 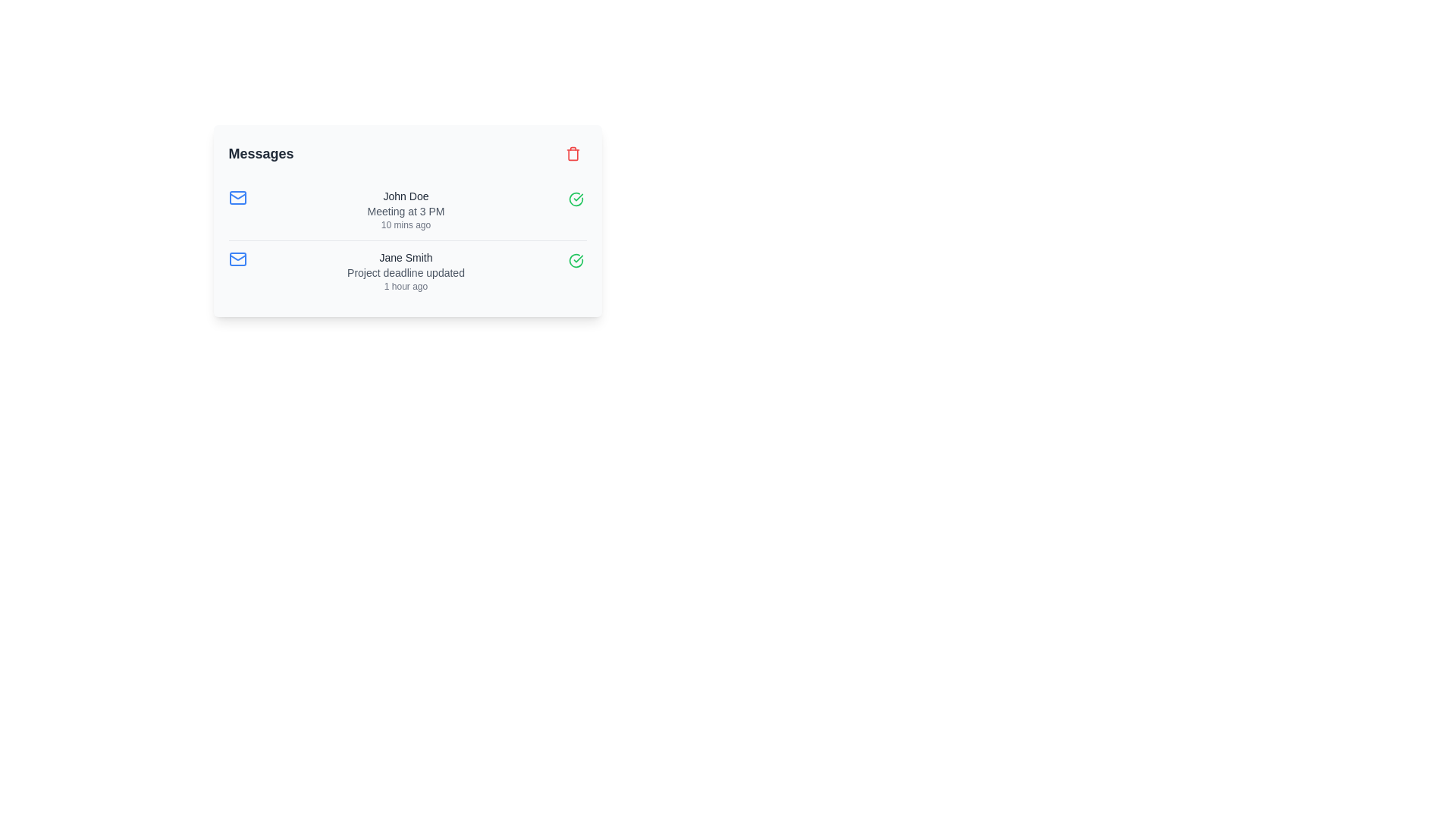 What do you see at coordinates (575, 198) in the screenshot?
I see `the green outlined circular checkmark icon located adjacent to the trash bin icon, positioned on the right-hand side of the first listed message` at bounding box center [575, 198].